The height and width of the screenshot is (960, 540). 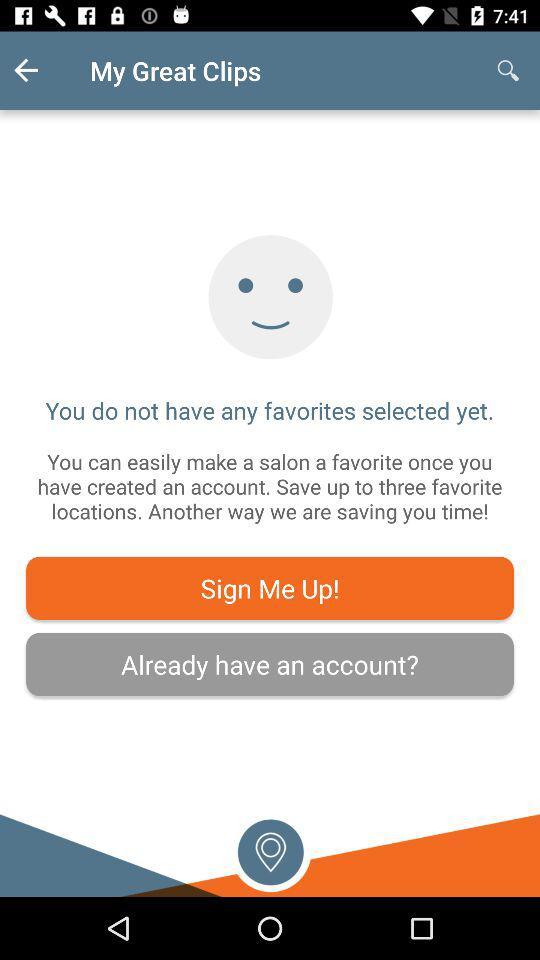 I want to click on sign me up! item, so click(x=270, y=588).